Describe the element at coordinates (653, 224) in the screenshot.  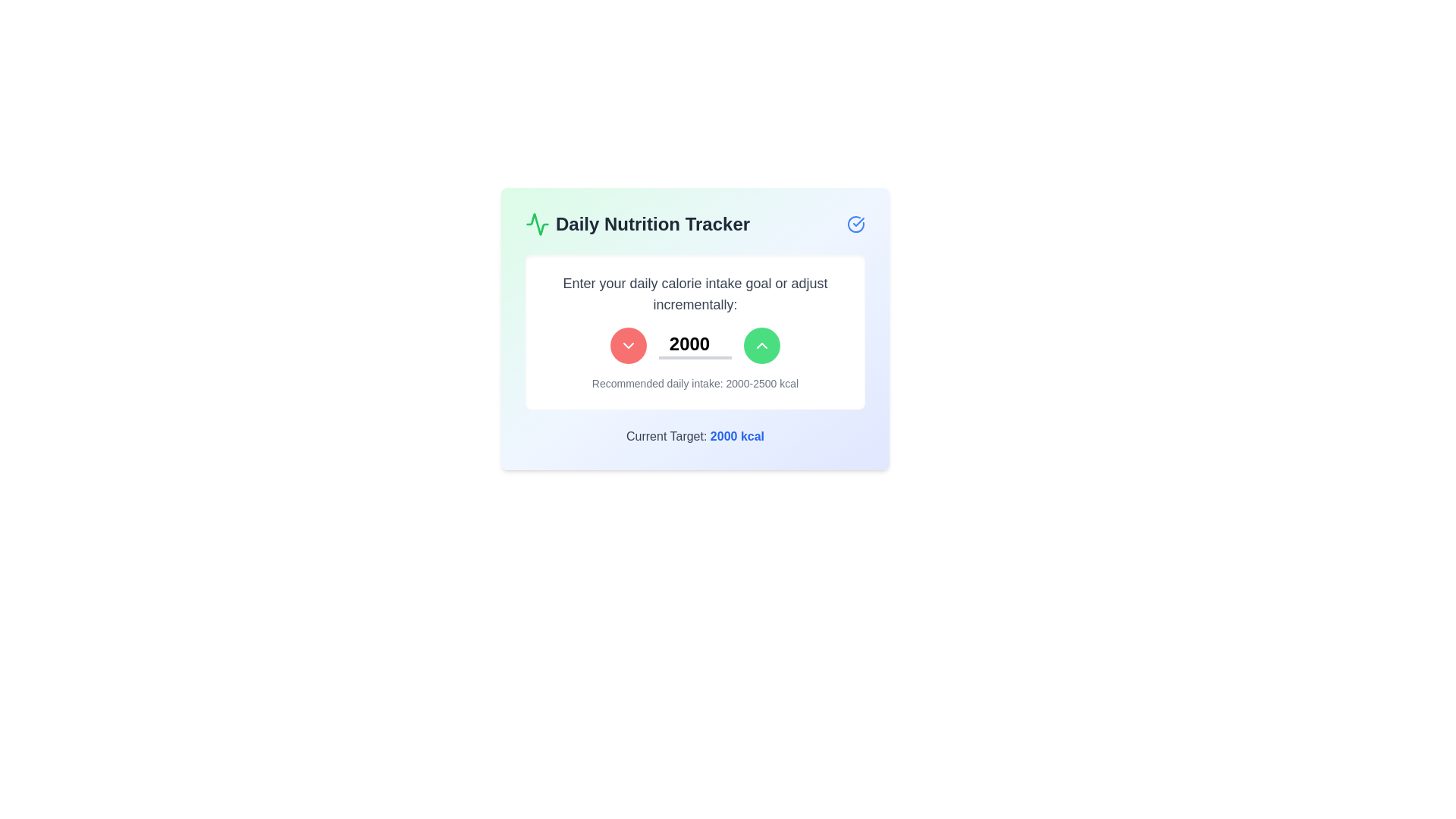
I see `the static text element displaying 'Daily Nutrition Tracker' which is styled in bold and dark gray color, located at the top section of the content box` at that location.